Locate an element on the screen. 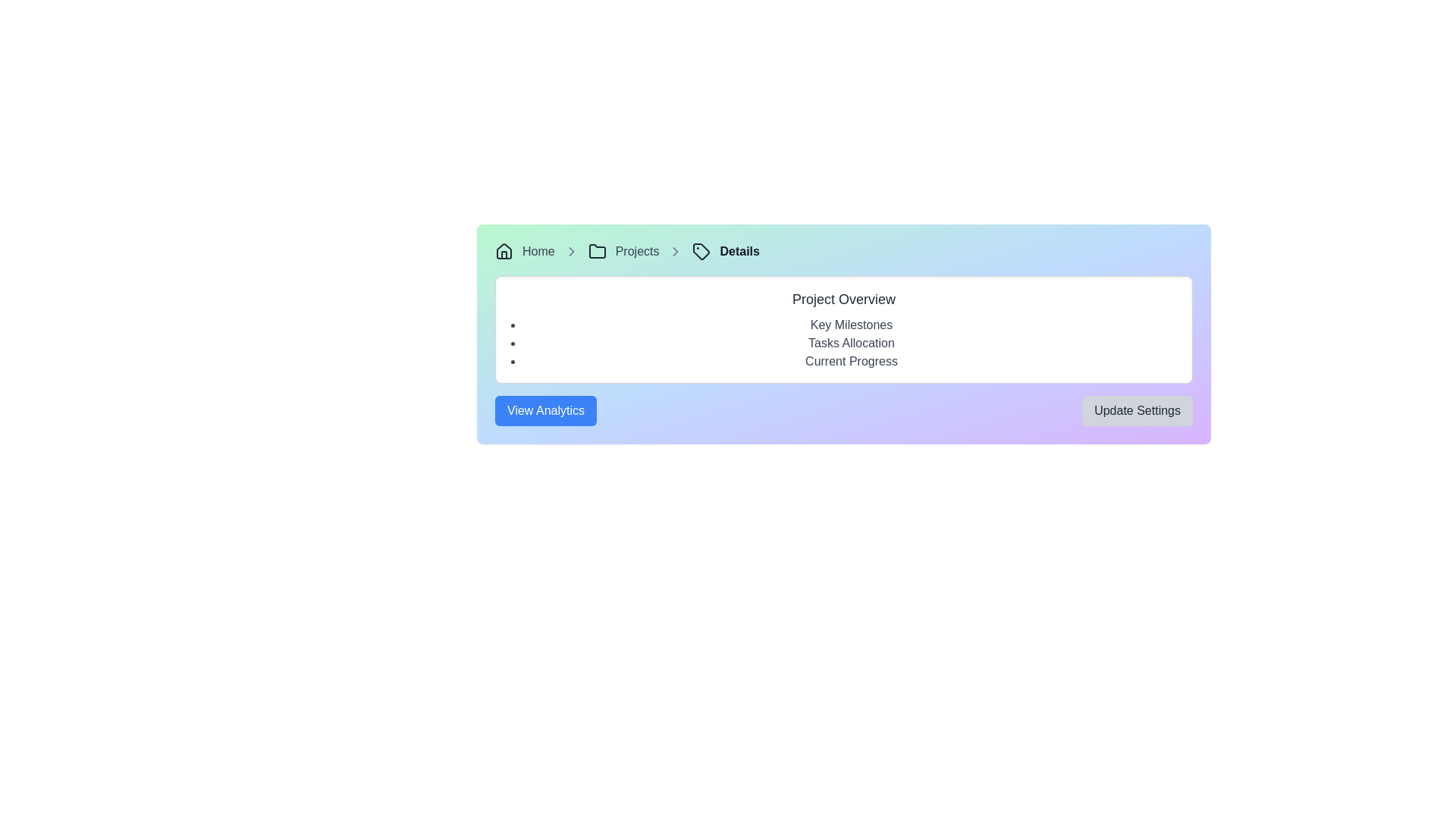 The width and height of the screenshot is (1456, 819). the 'home' icon in the breadcrumb navigation bar, which visually represents a house symbol and is located at the start of the navigation header is located at coordinates (504, 250).